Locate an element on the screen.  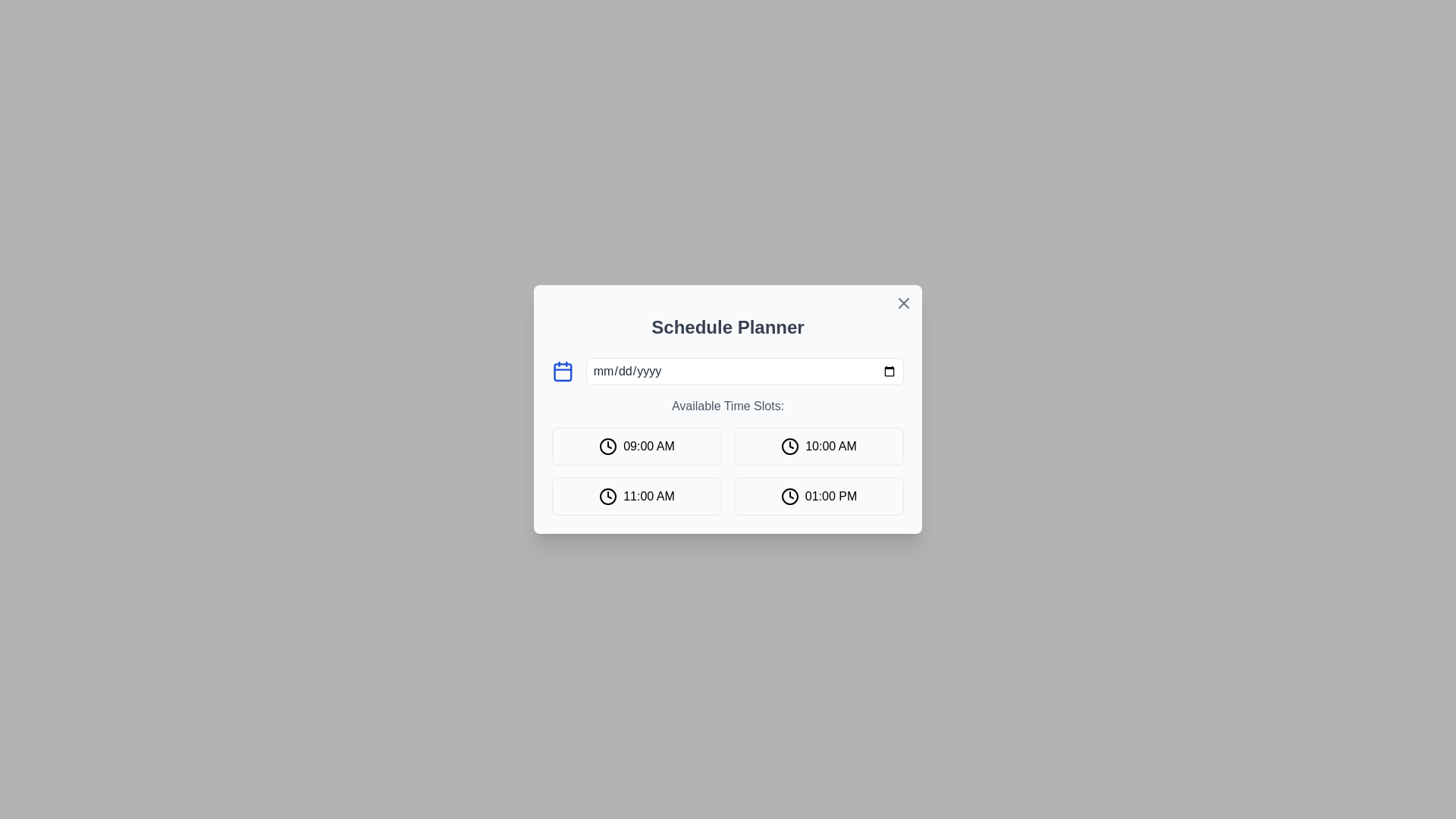
the button for the time slot '10:00 AM' located in the first row, second column of the 'Available Time Slots' grid is located at coordinates (818, 446).